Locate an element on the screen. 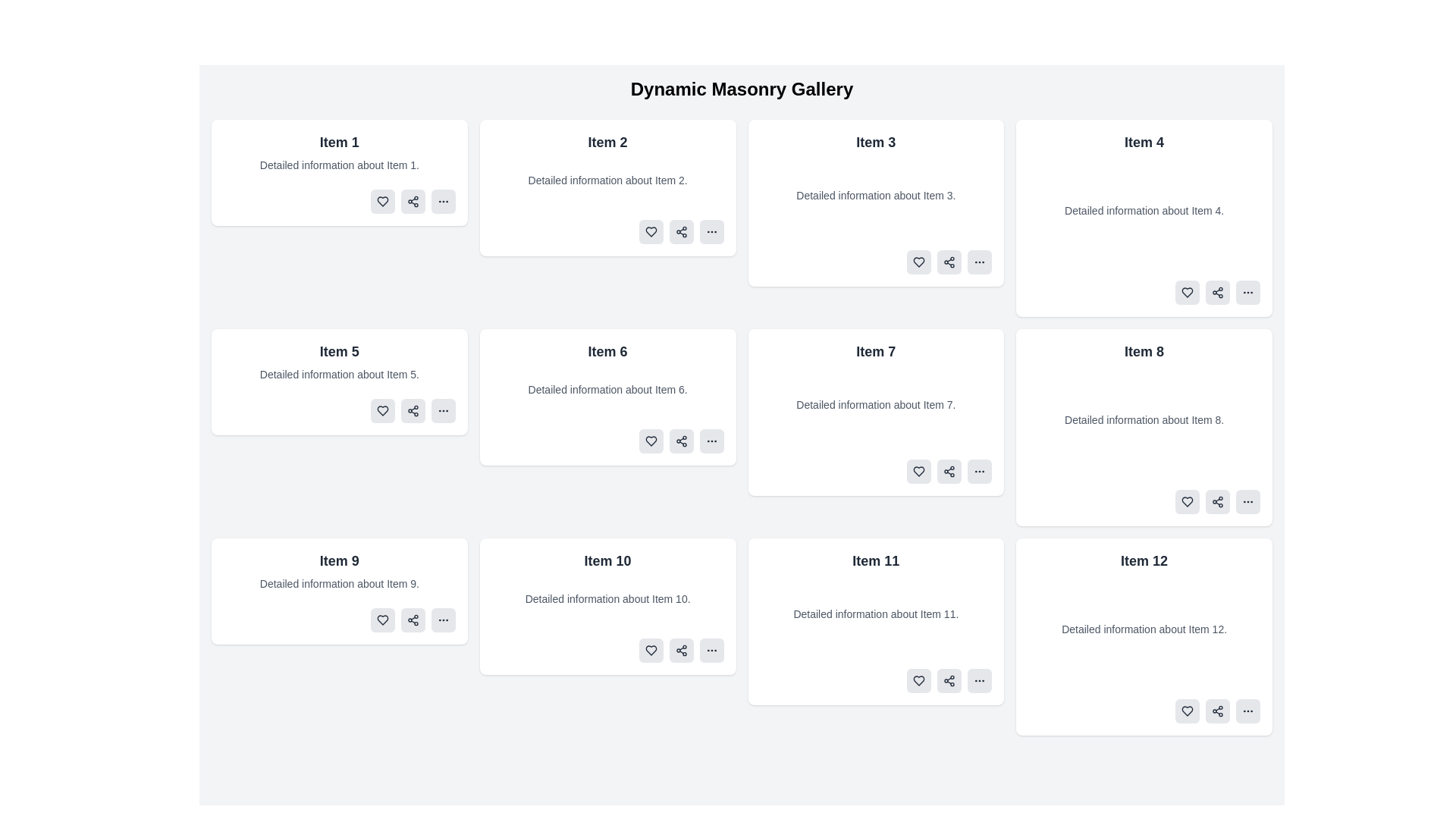 The height and width of the screenshot is (819, 1456). the heart icon within the button of 'Item 8' is located at coordinates (1186, 502).